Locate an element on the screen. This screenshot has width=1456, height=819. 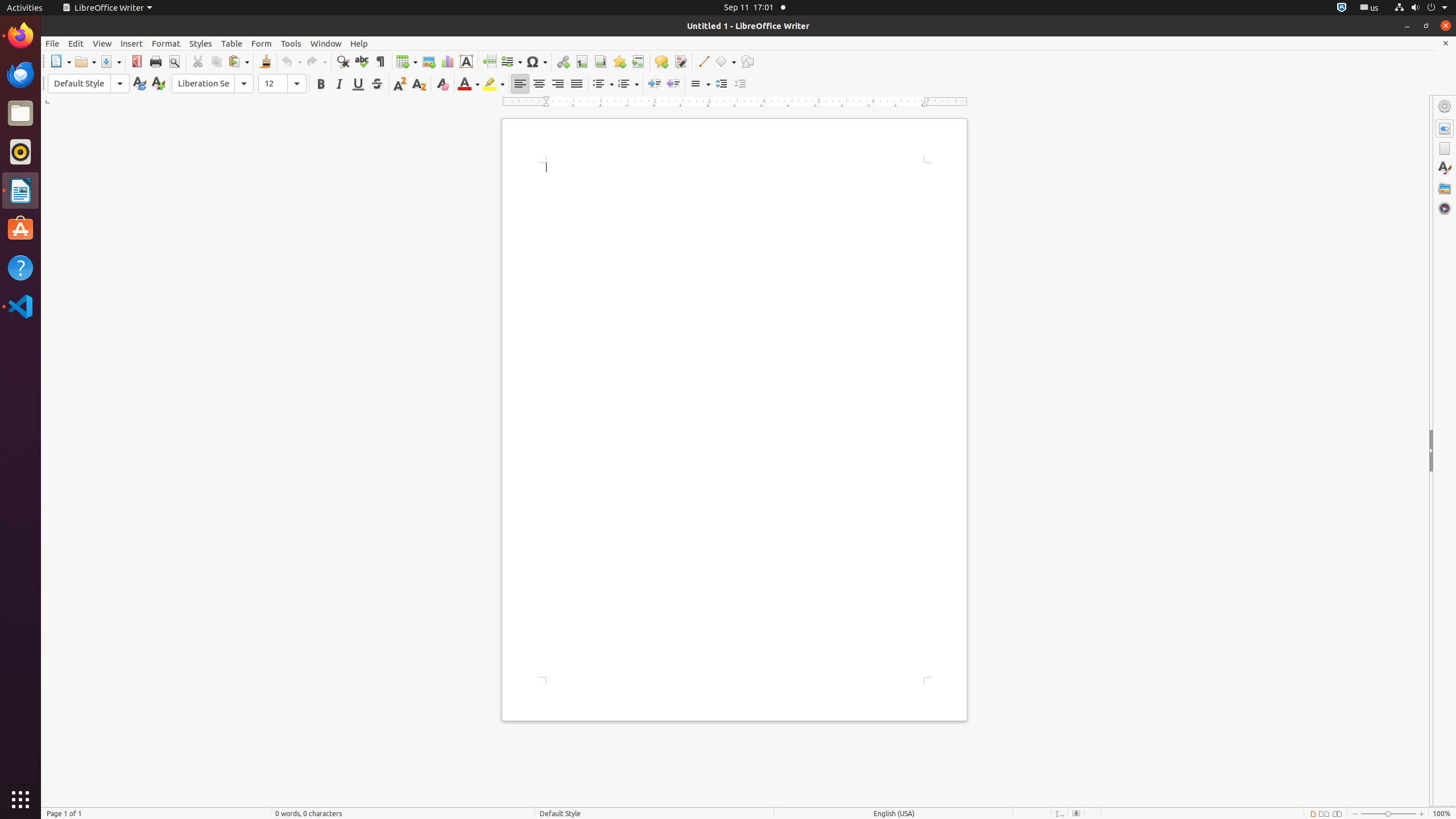
'Tools' is located at coordinates (291, 43).